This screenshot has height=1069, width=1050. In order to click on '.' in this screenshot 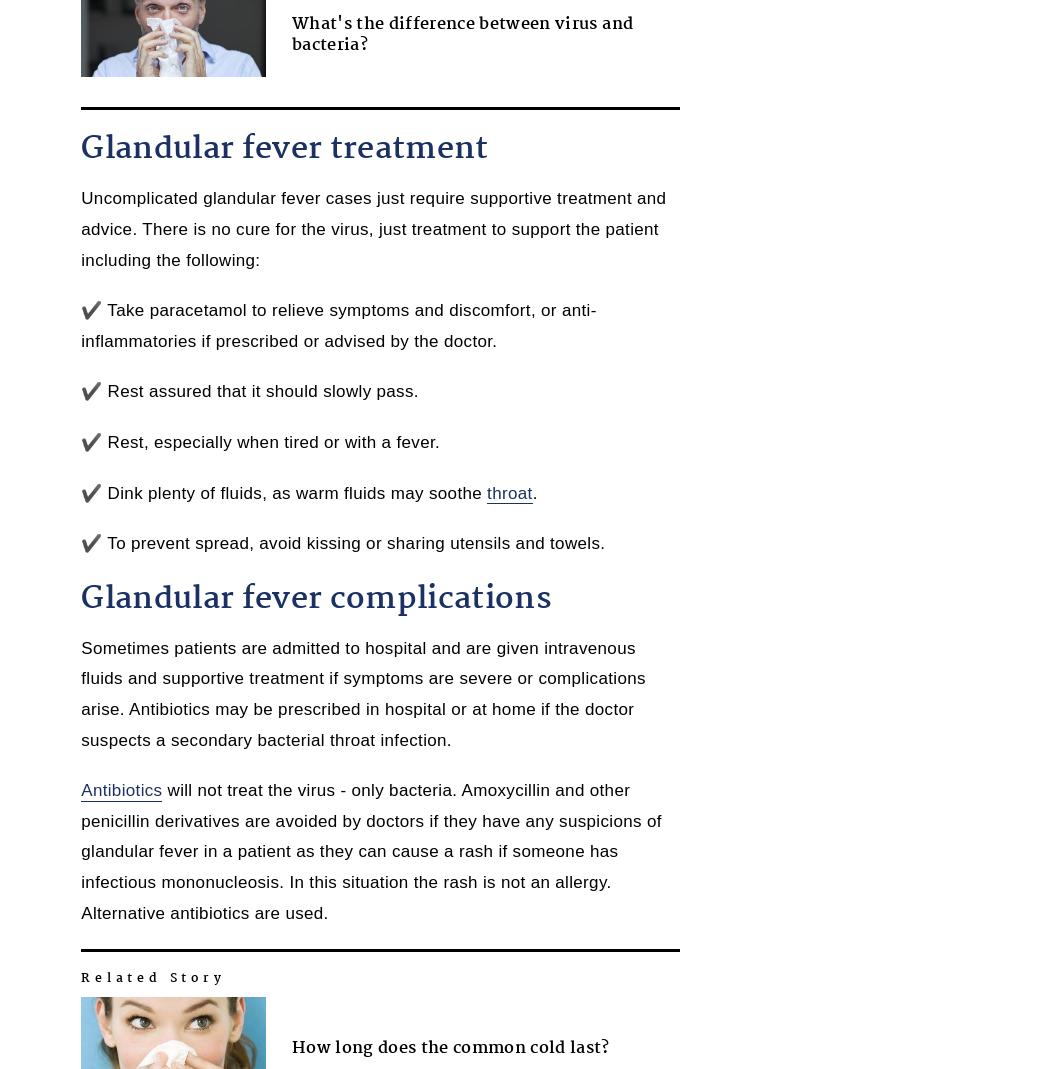, I will do `click(534, 491)`.